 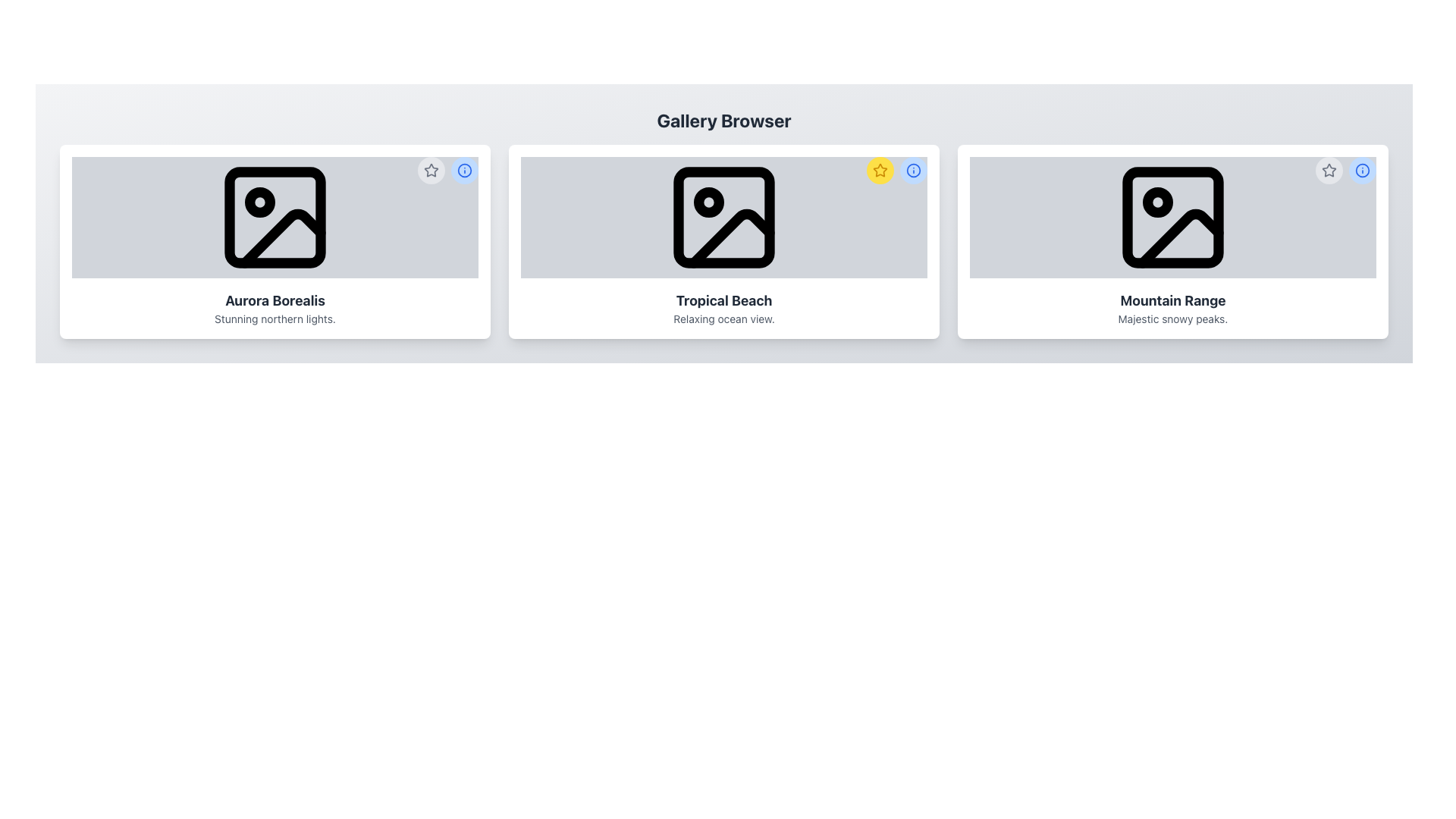 I want to click on the info button located at the top-right corner of the 'Aurora Borealis' card to possibly display a tooltip, so click(x=464, y=170).